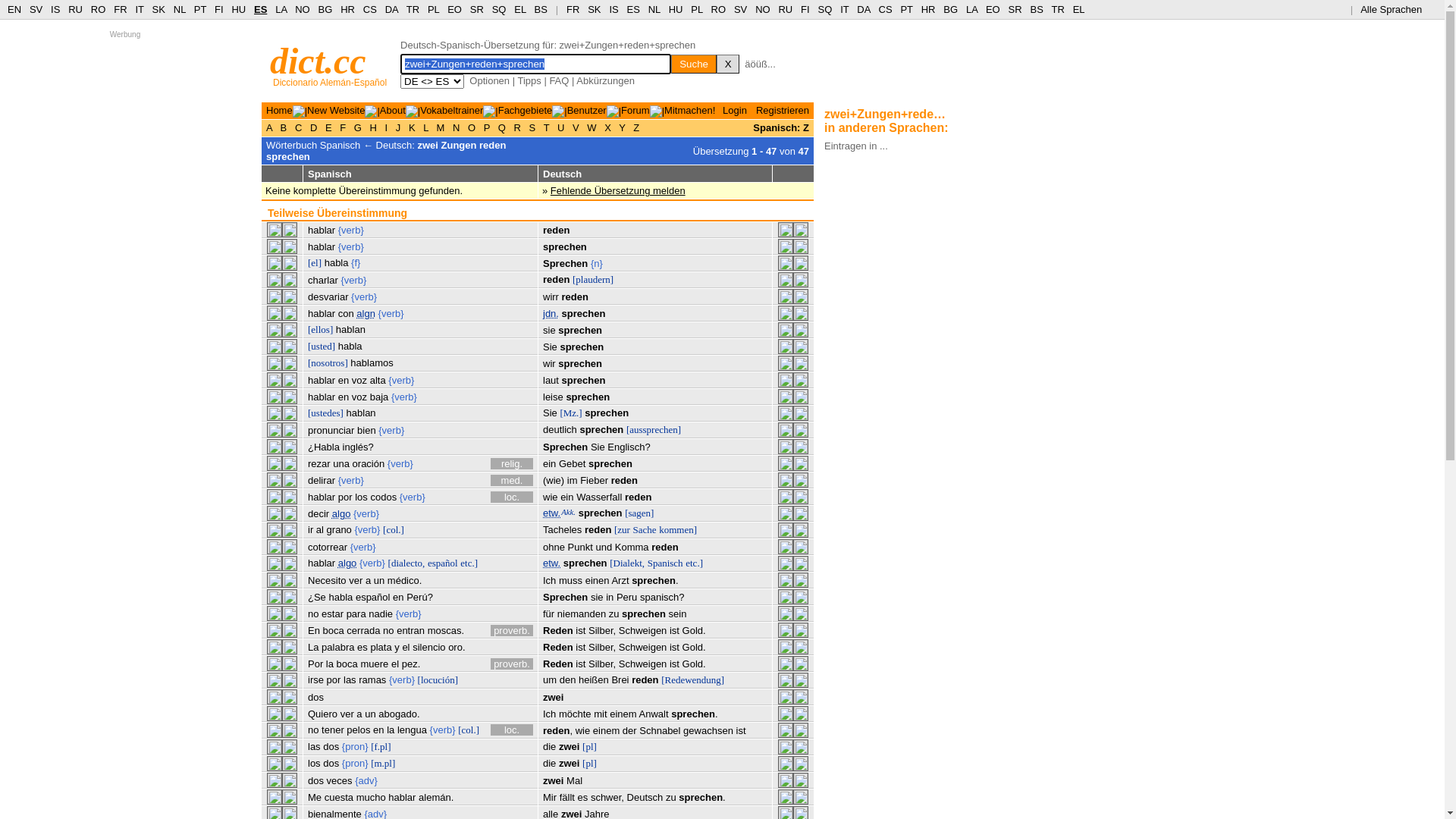  I want to click on 'Englisch?', so click(629, 446).